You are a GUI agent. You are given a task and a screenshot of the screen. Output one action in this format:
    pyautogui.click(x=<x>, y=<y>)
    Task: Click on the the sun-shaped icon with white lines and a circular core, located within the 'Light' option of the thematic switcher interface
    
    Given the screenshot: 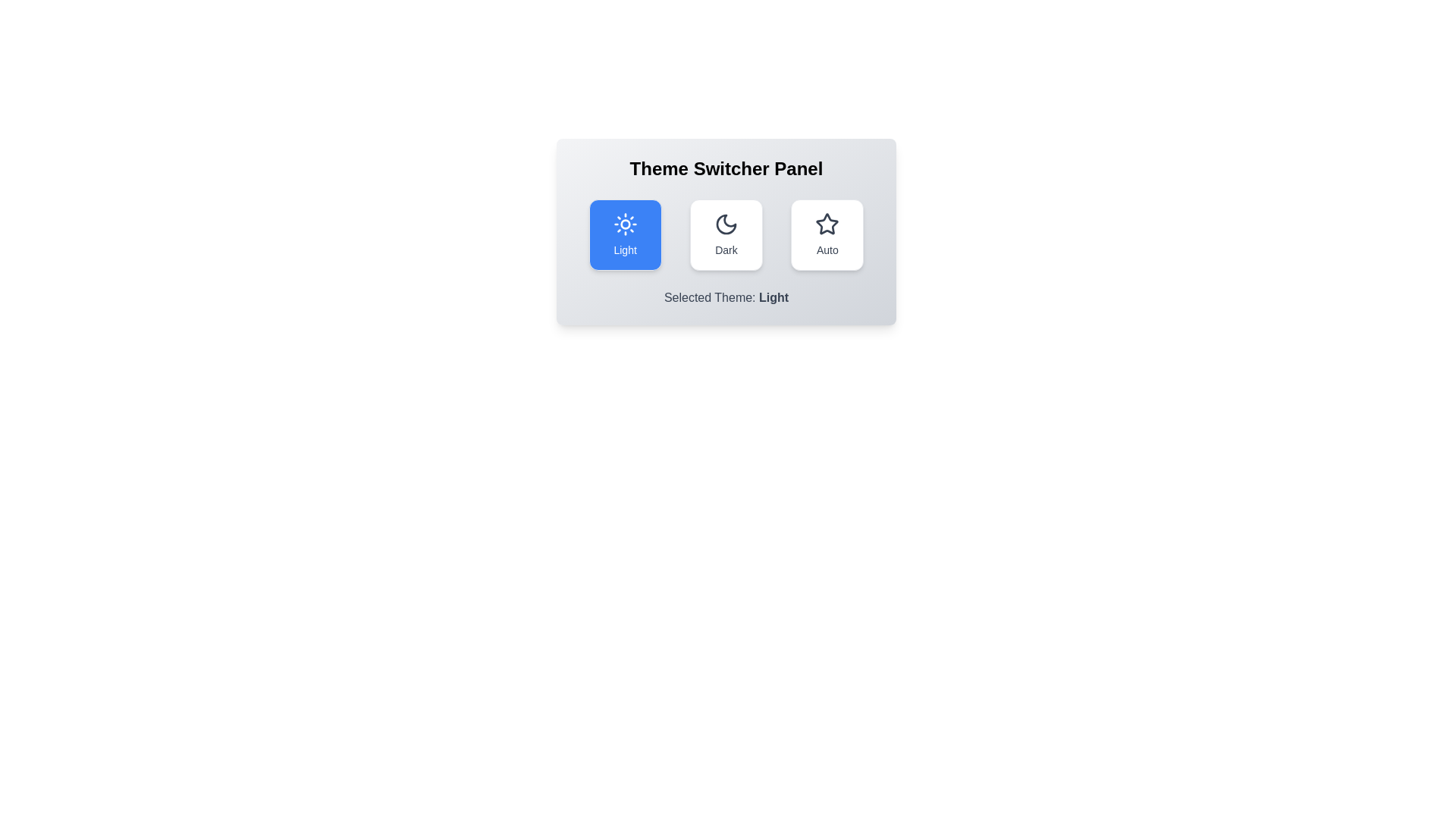 What is the action you would take?
    pyautogui.click(x=625, y=224)
    